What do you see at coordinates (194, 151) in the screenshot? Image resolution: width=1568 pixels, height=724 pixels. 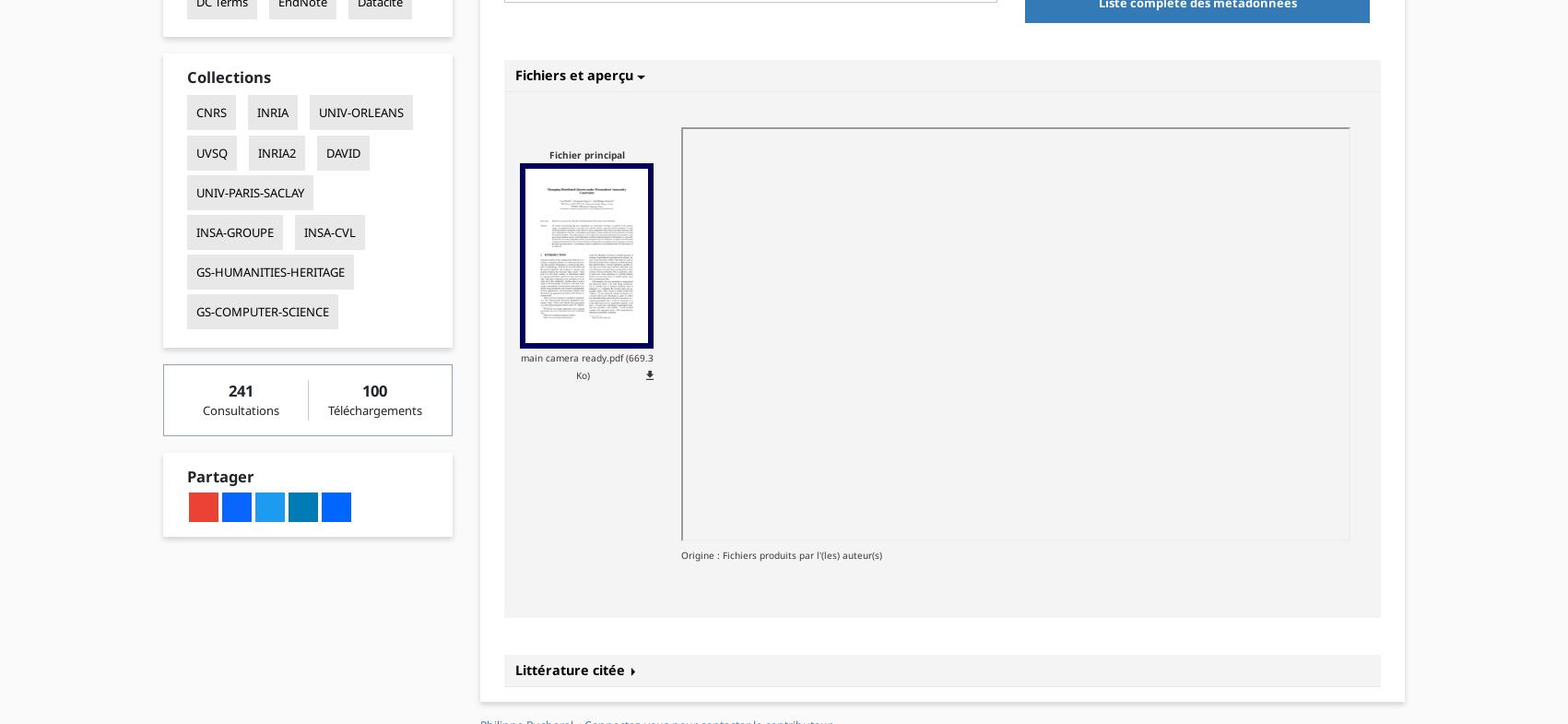 I see `'UVSQ'` at bounding box center [194, 151].